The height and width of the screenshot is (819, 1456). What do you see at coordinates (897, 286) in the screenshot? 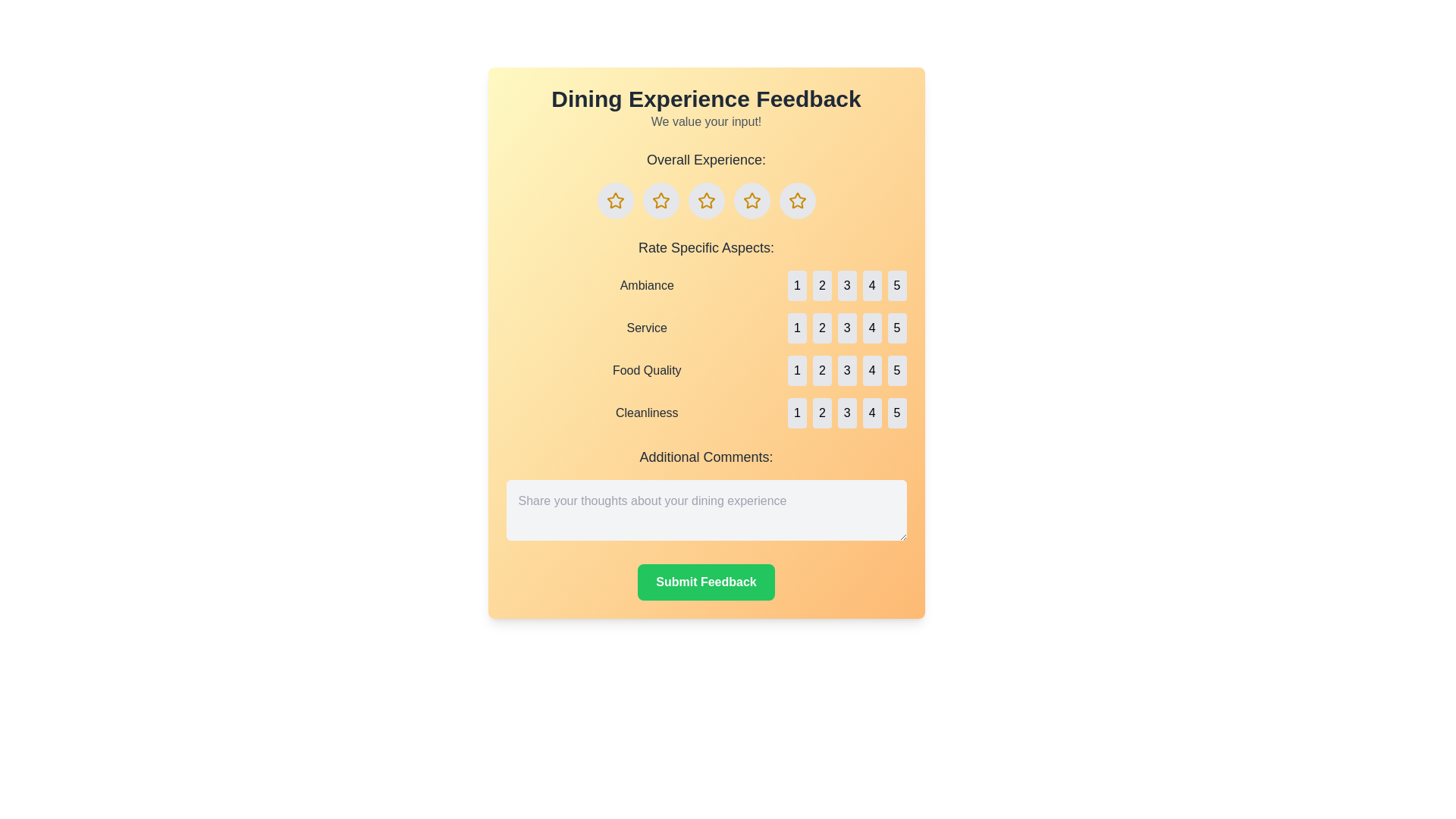
I see `the button labeled '5' under the 'Ambiance' rating category` at bounding box center [897, 286].